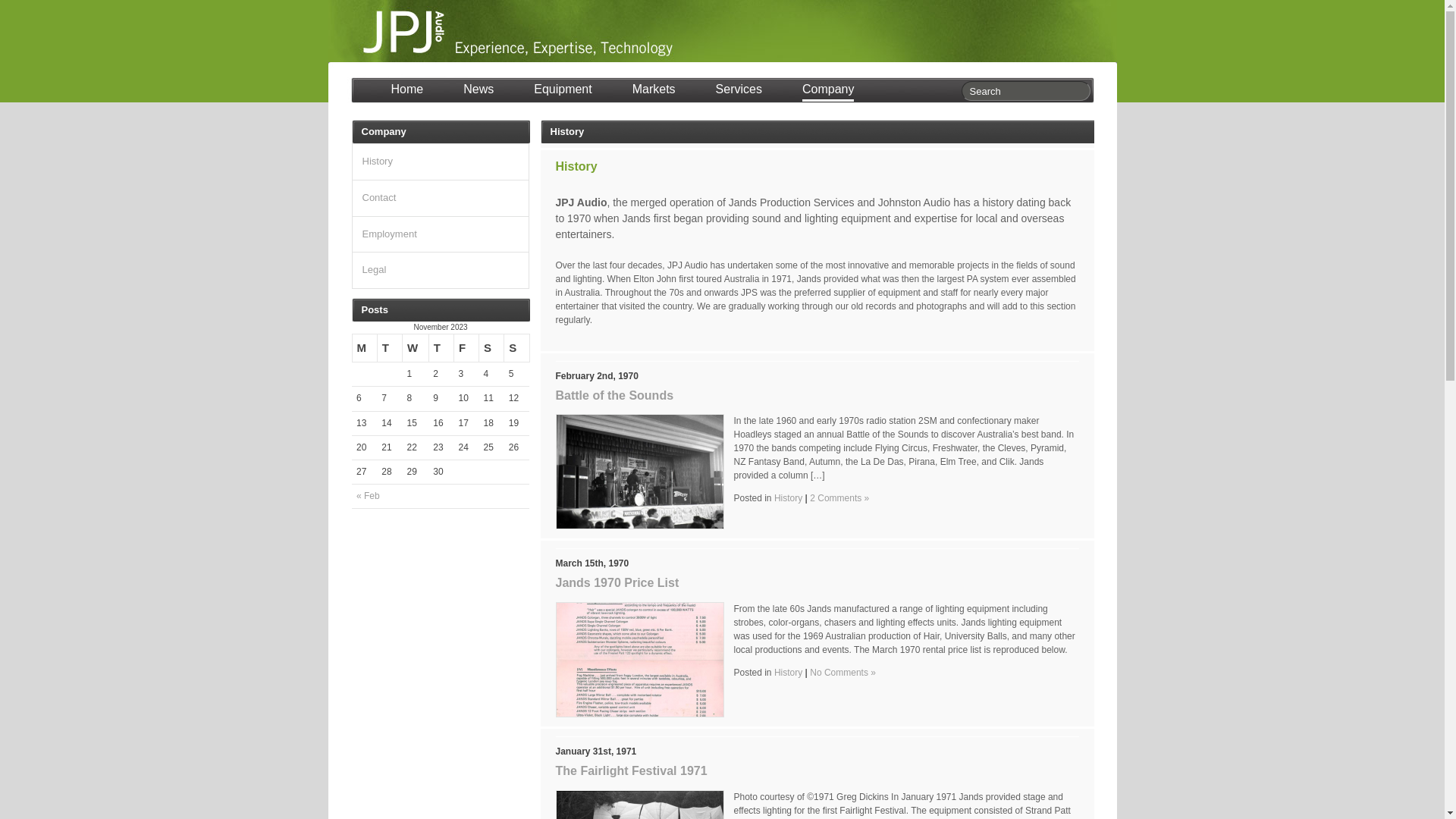  I want to click on 'Contact', so click(379, 196).